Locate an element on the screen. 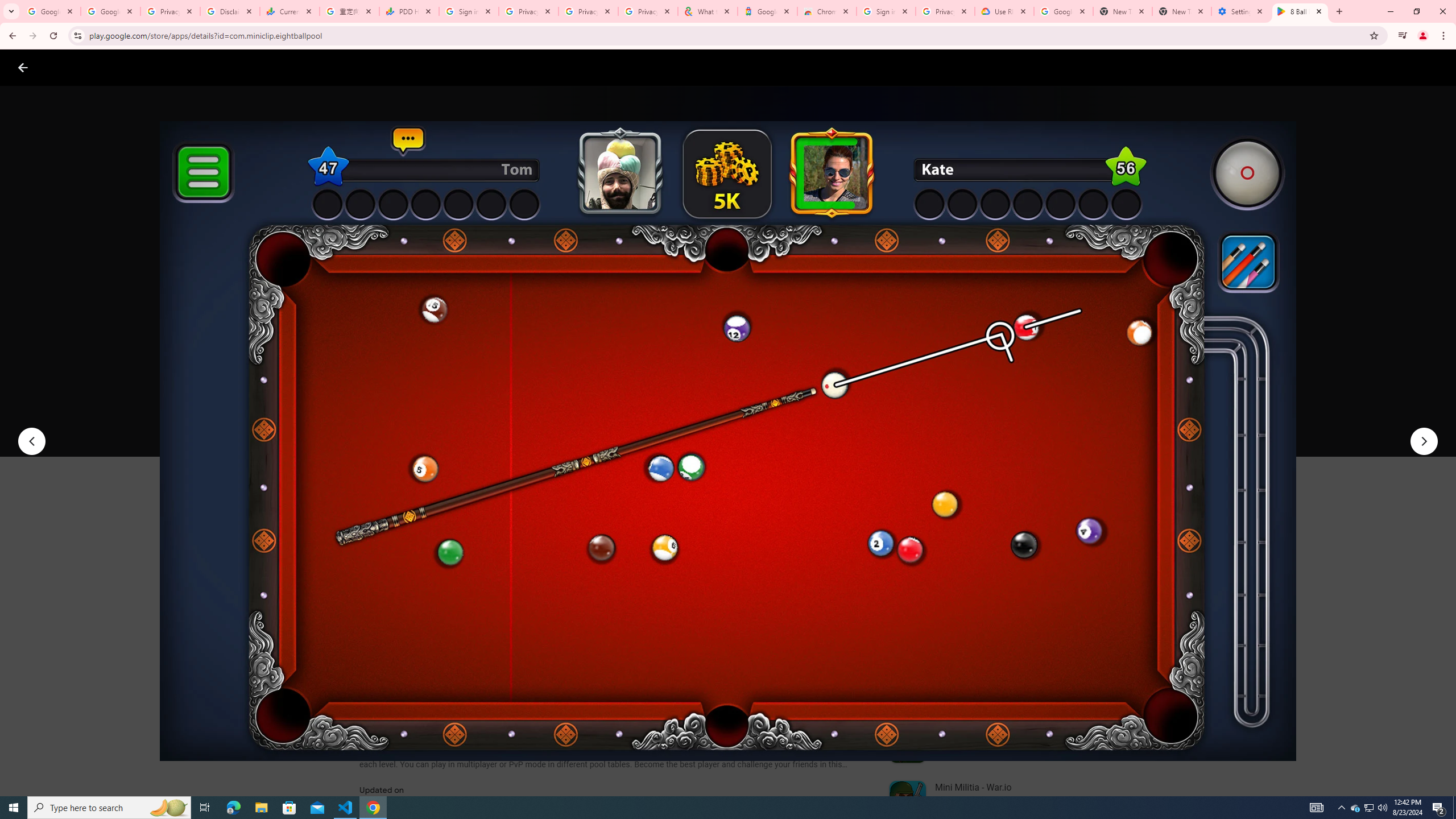 Image resolution: width=1456 pixels, height=819 pixels. 'Currencies - Google Finance' is located at coordinates (289, 11).